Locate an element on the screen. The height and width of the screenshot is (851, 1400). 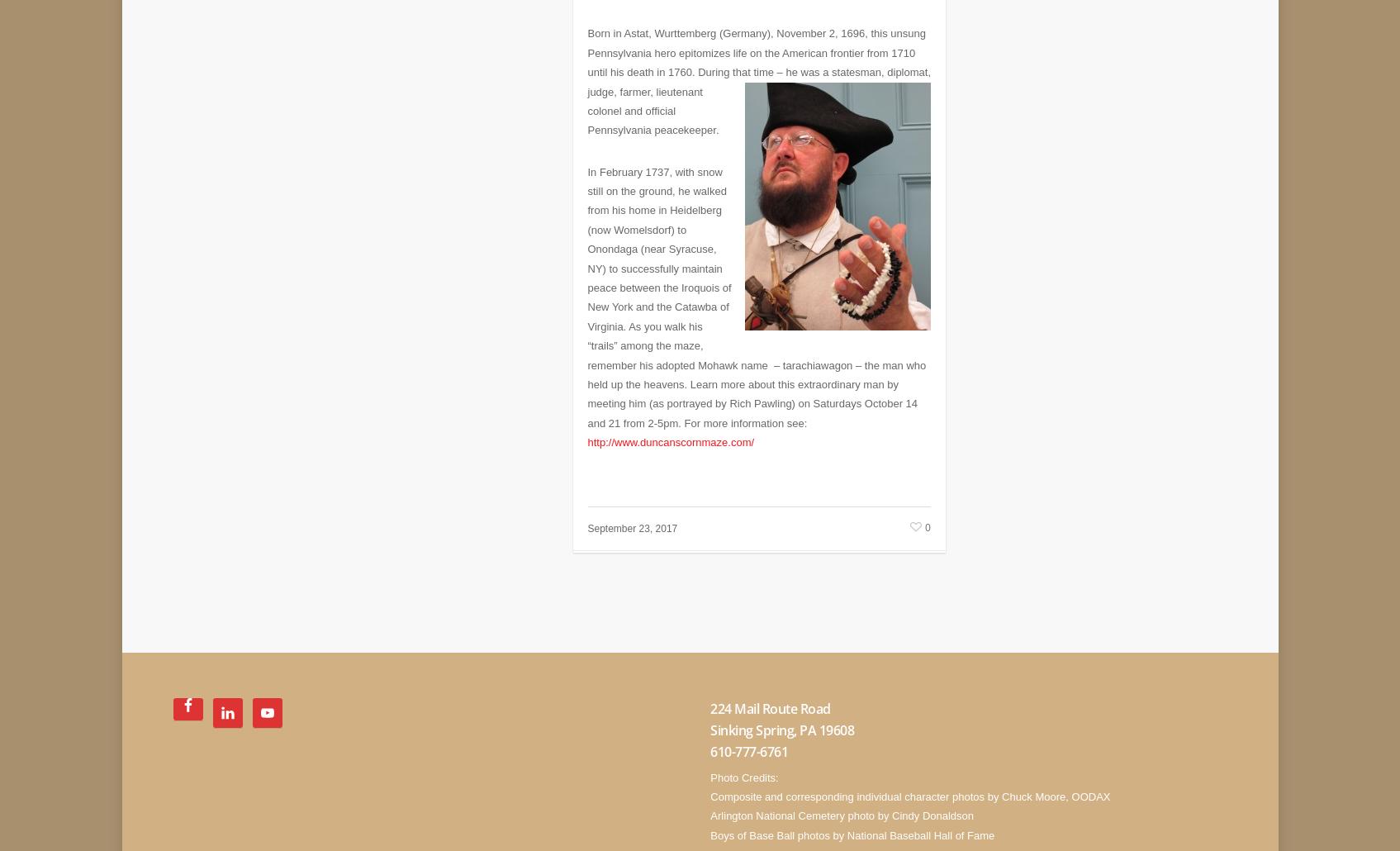
'In February 1737, with snow still on the ground, he walked  from his home in Heidelberg (now Womelsdorf) to Onondaga (near Syracuse, NY) to successfully maintain peace between the Iroquois of New York and the Catawba of Virginia. As you walk his “trails” among the maze, remember his adopted Mohawk name  – tarachiawagon – the man who held up the heavens. Learn more about this extraordinary man by meeting him (as portrayed by Rich Pawling) on Saturdays October 14 and 21 from 2-5pm. For more information see:' is located at coordinates (756, 285).